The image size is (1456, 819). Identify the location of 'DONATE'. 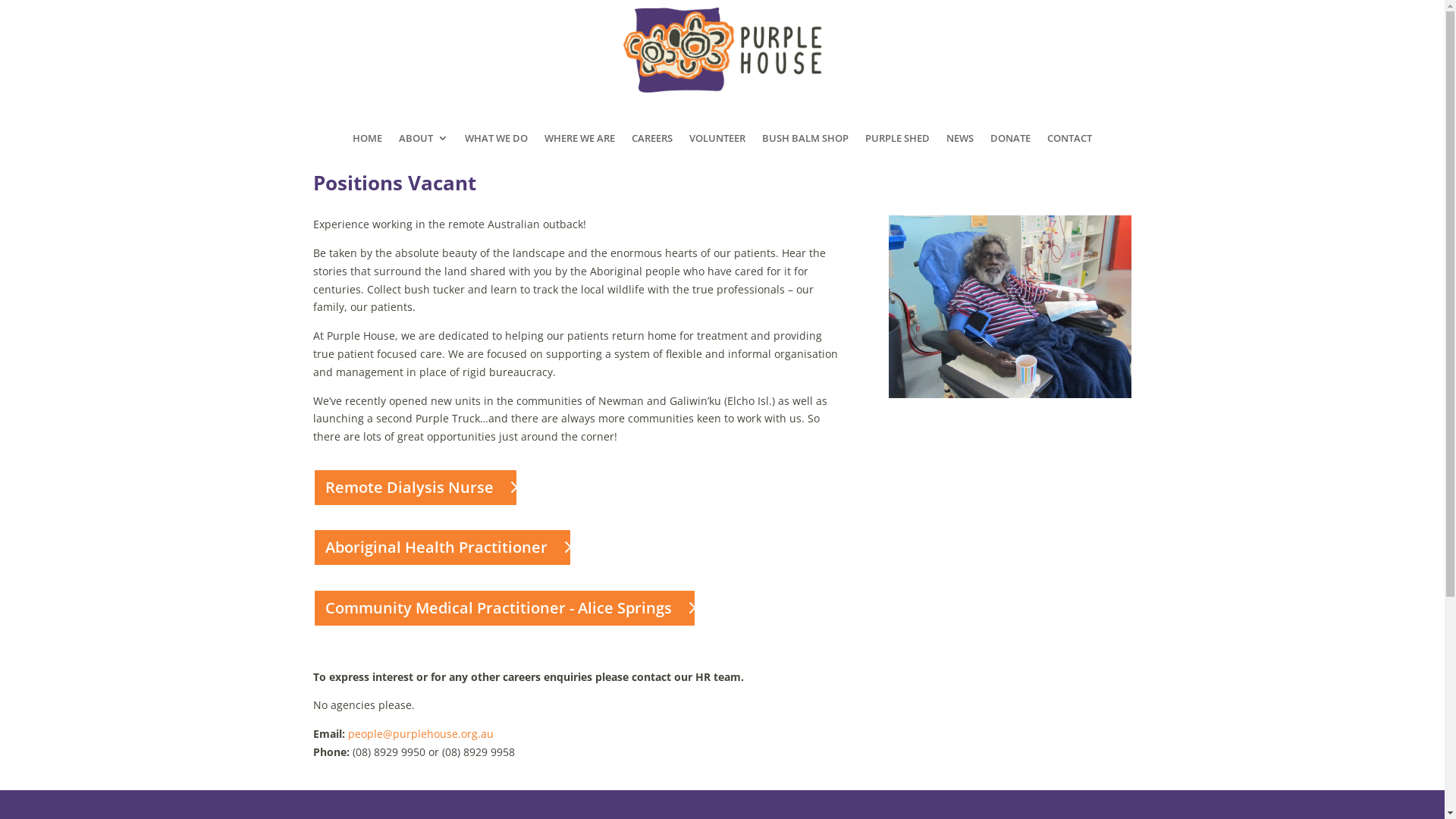
(1010, 149).